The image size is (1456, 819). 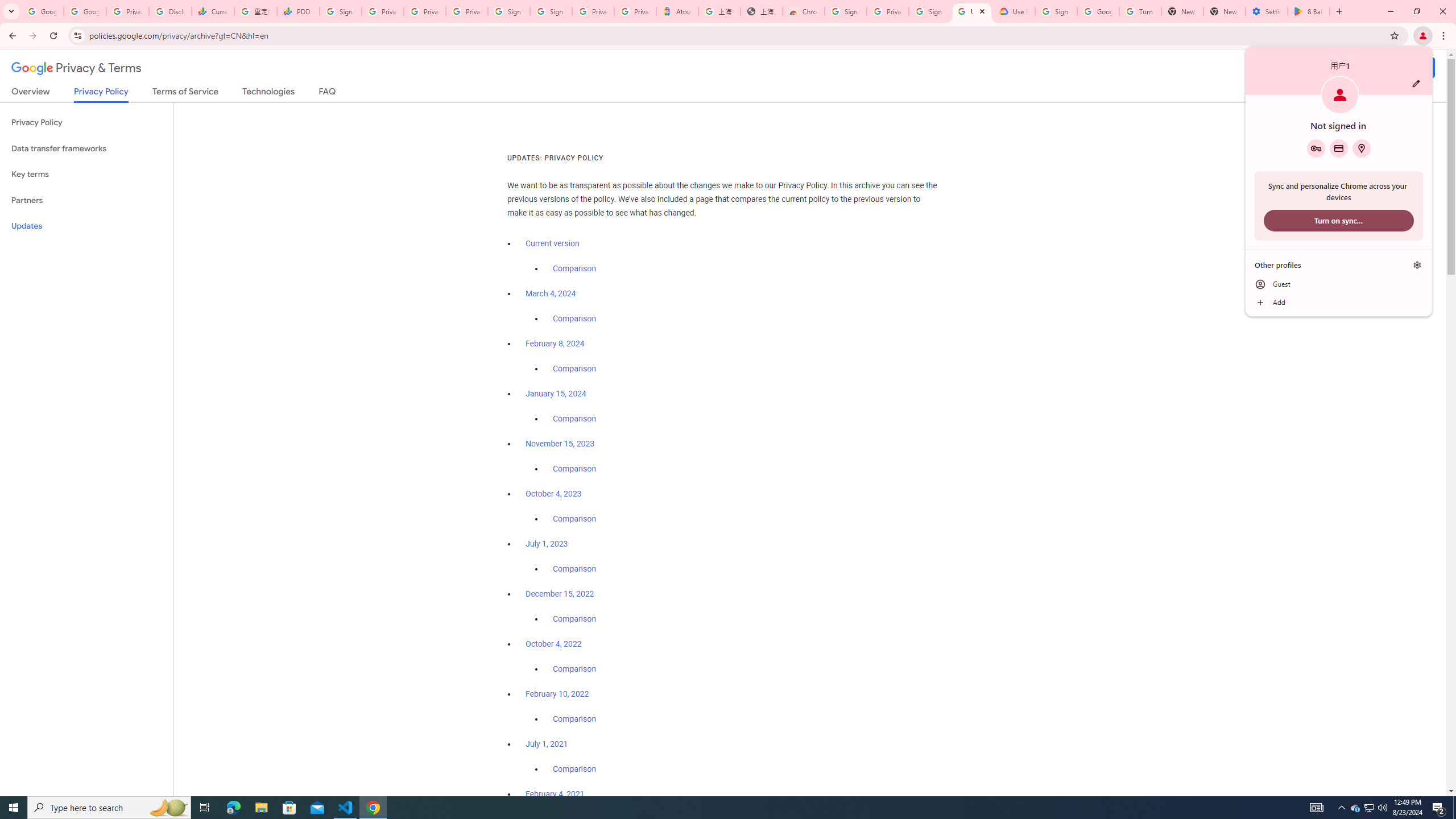 What do you see at coordinates (297, 11) in the screenshot?
I see `'PDD Holdings Inc - ADR (PDD) Price & News - Google Finance'` at bounding box center [297, 11].